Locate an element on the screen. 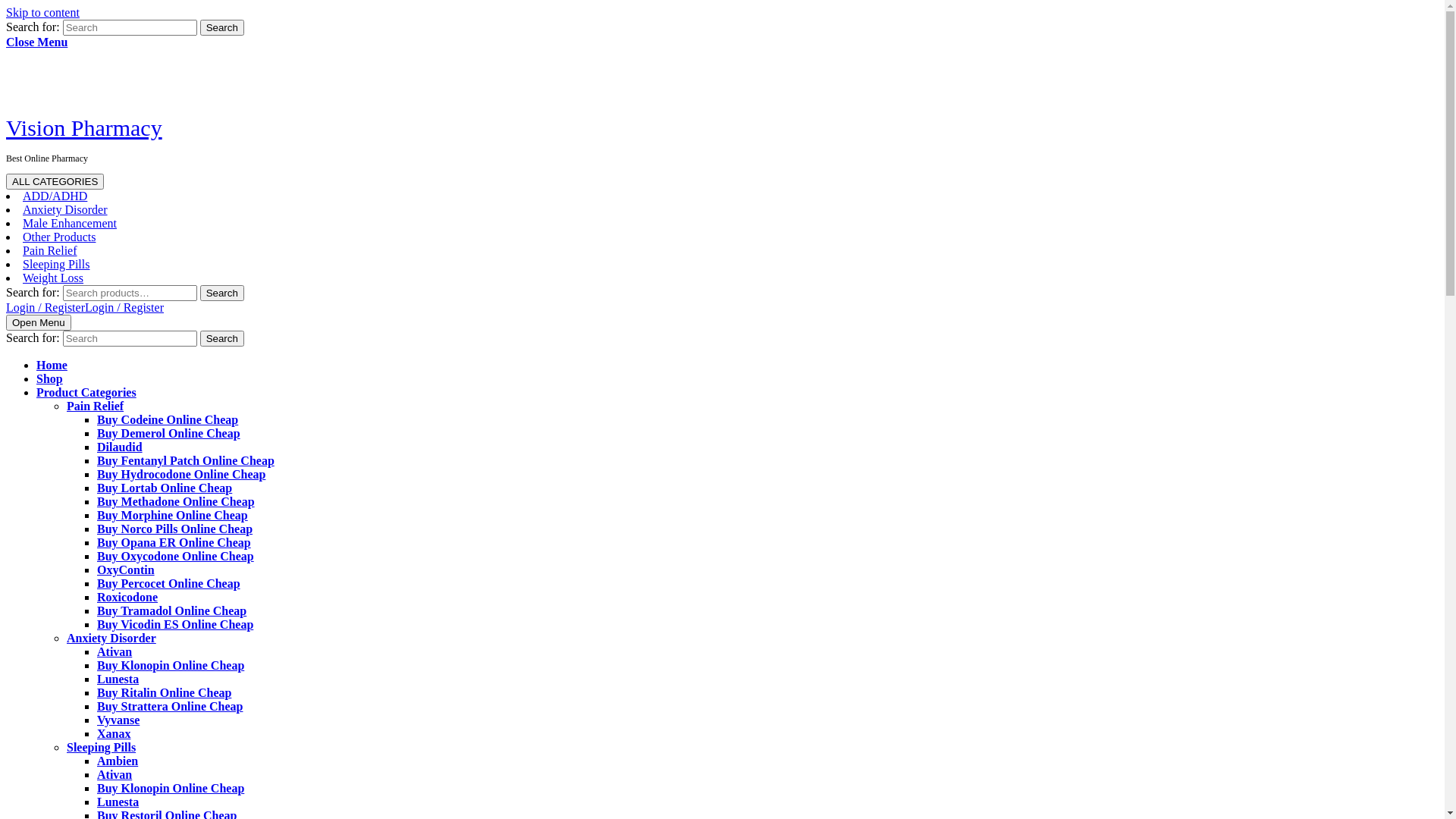 This screenshot has height=819, width=1456. 'Open Menu' is located at coordinates (39, 322).